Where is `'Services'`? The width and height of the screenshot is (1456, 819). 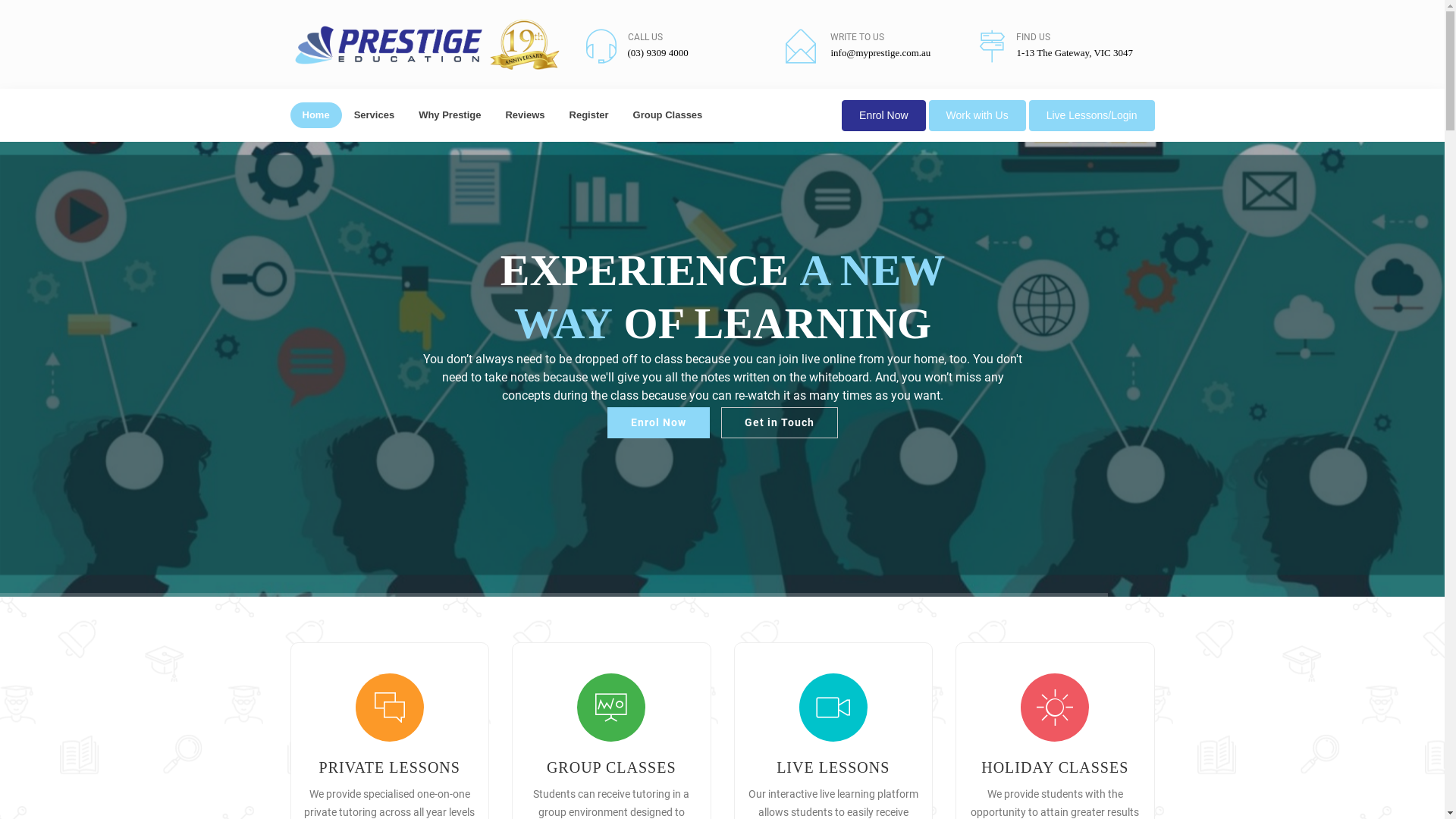 'Services' is located at coordinates (375, 114).